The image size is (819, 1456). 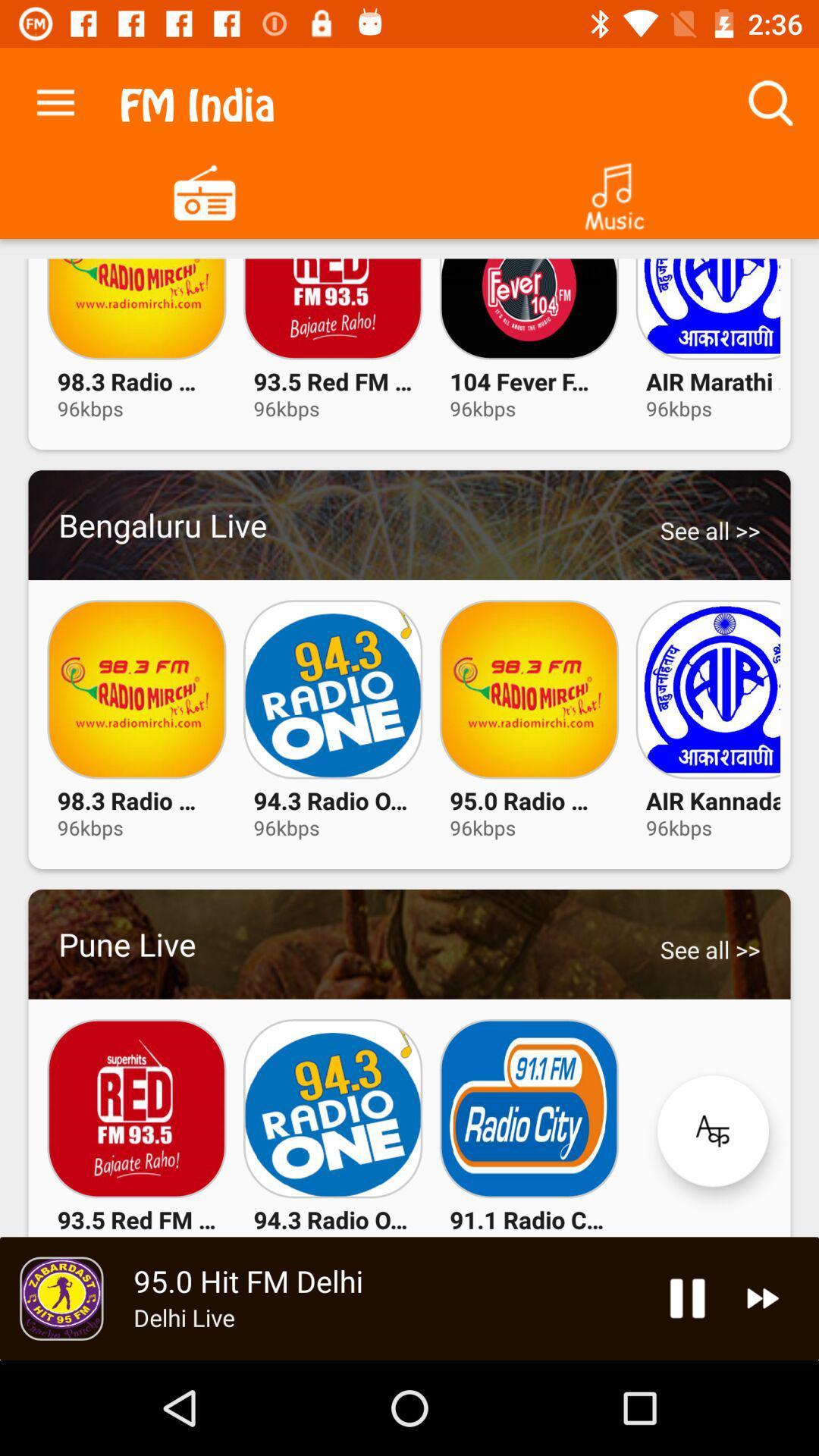 I want to click on pause, so click(x=687, y=1298).